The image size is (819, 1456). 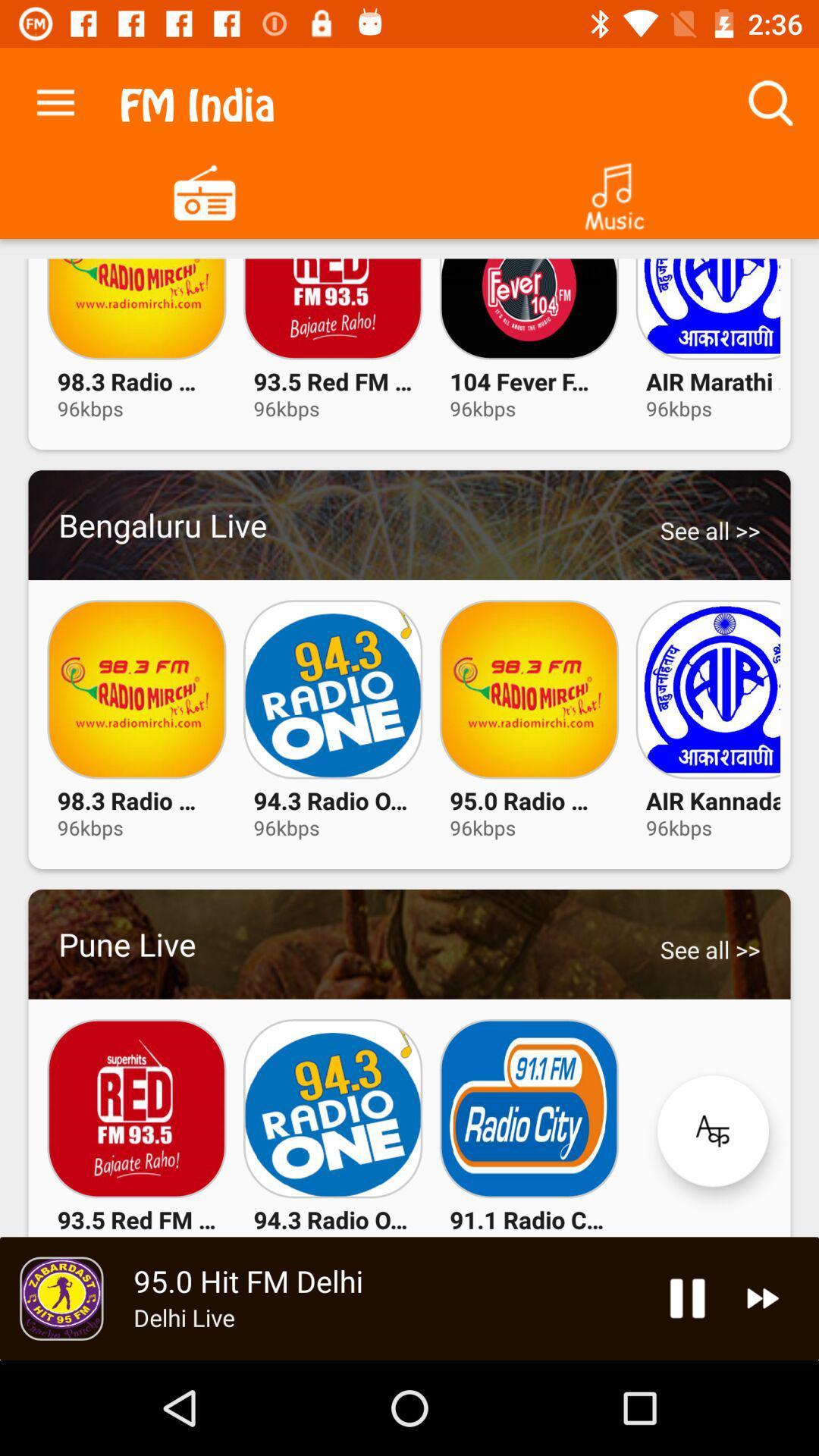 I want to click on pause, so click(x=687, y=1298).